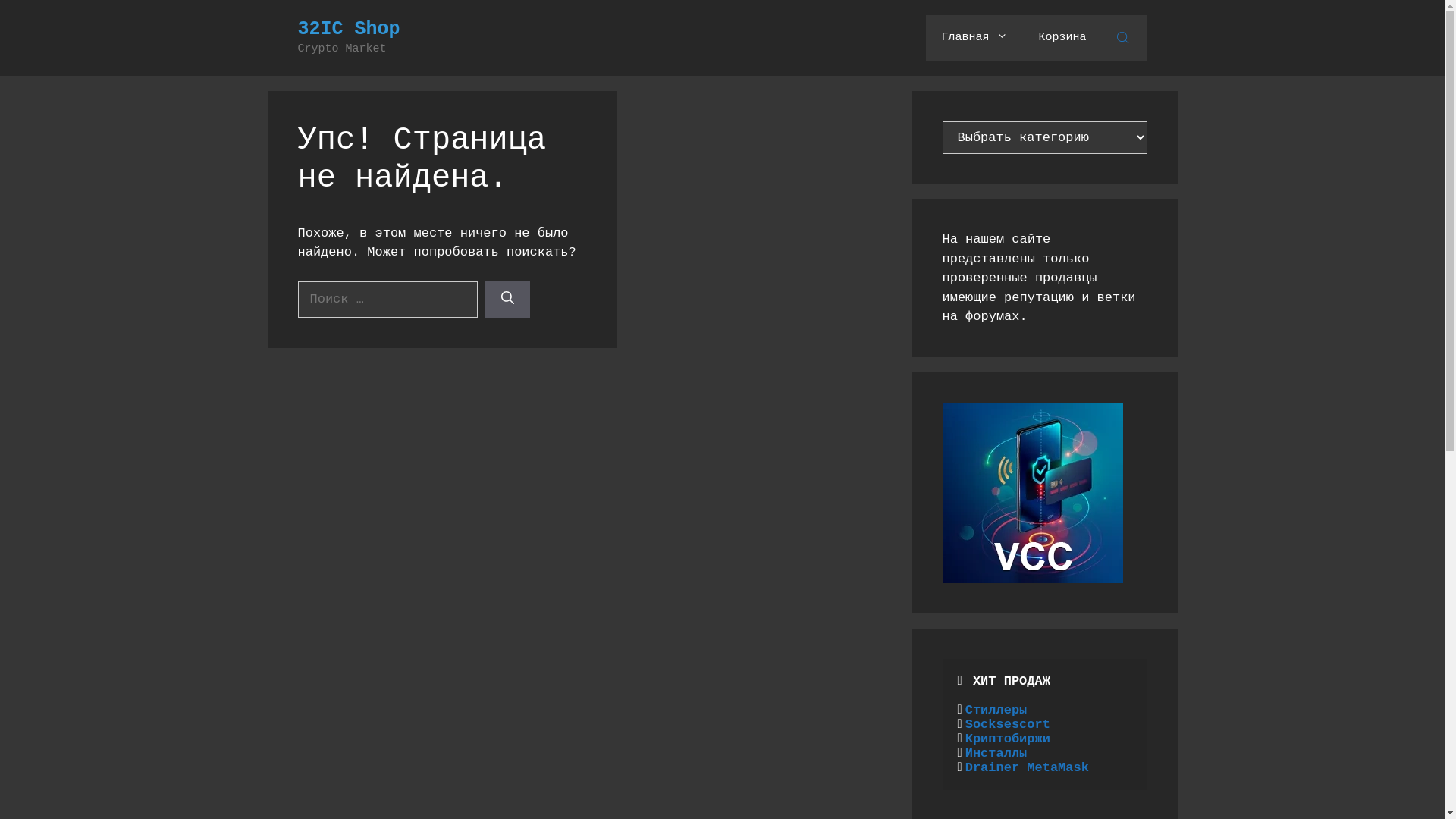 The image size is (1456, 819). Describe the element at coordinates (347, 29) in the screenshot. I see `'32IC Shop'` at that location.